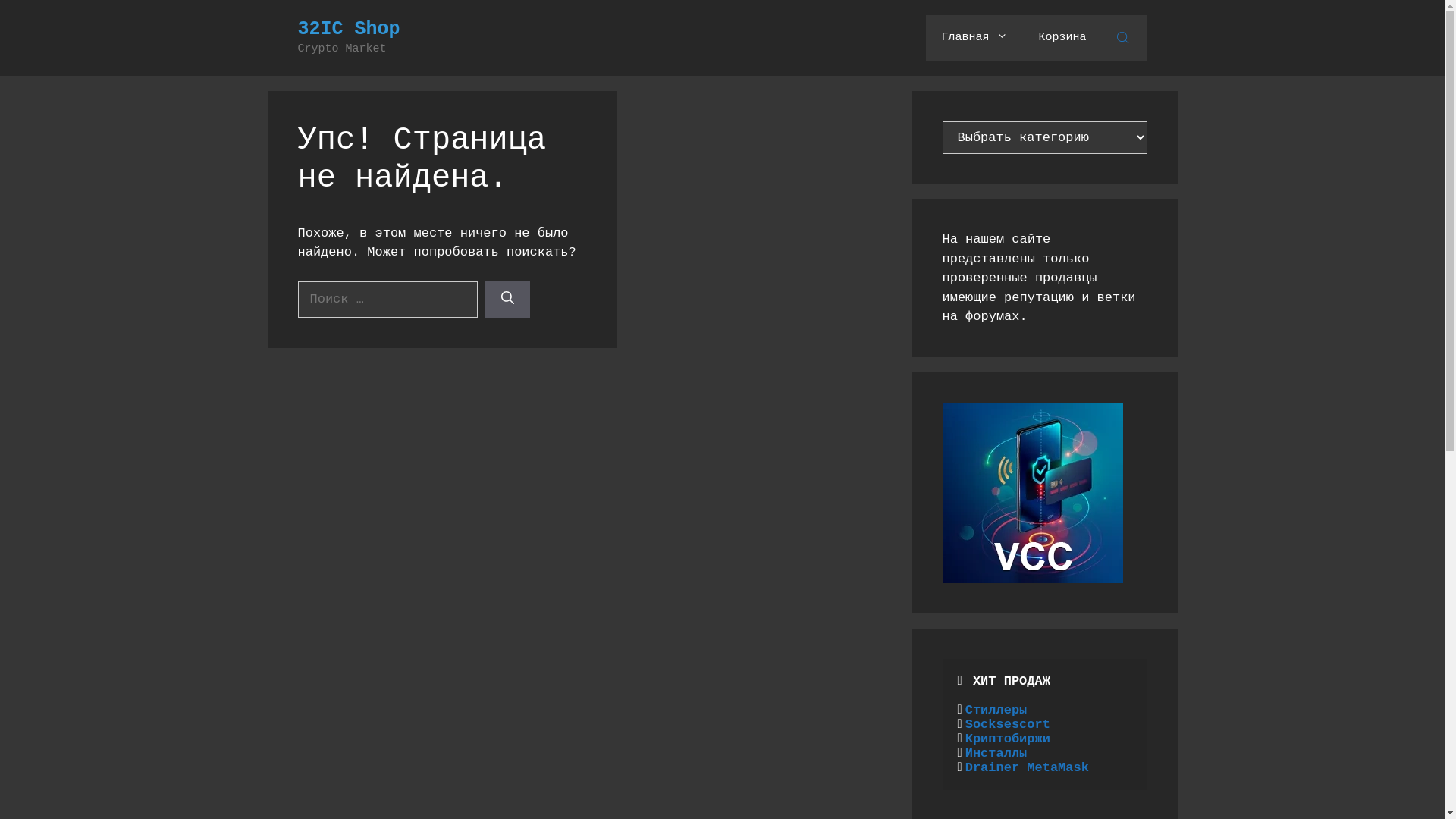 The image size is (1456, 819). Describe the element at coordinates (347, 29) in the screenshot. I see `'32IC Shop'` at that location.